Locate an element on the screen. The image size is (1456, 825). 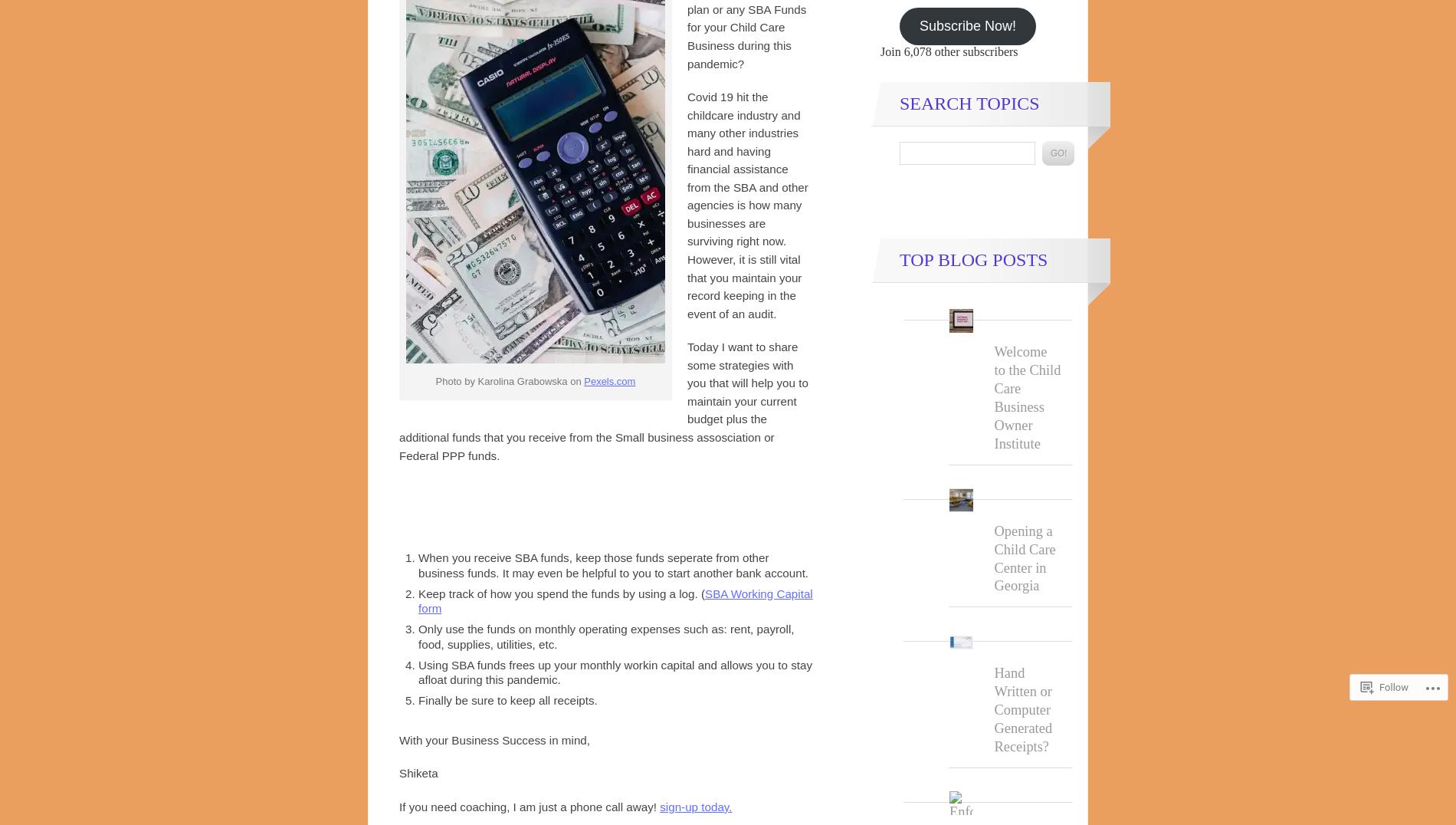
'Keep track of how you spend the funds by using a log. (' is located at coordinates (561, 593).